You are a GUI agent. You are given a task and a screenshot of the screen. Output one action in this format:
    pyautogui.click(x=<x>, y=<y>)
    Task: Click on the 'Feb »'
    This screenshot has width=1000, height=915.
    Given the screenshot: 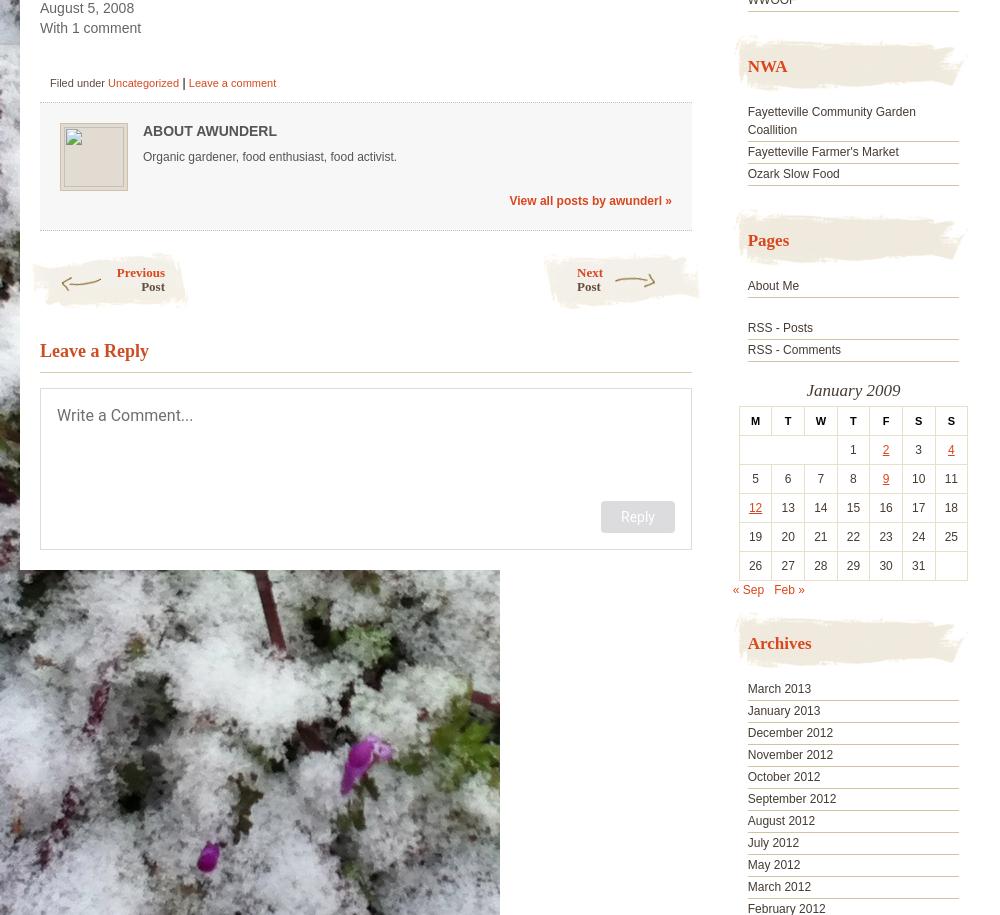 What is the action you would take?
    pyautogui.click(x=789, y=588)
    